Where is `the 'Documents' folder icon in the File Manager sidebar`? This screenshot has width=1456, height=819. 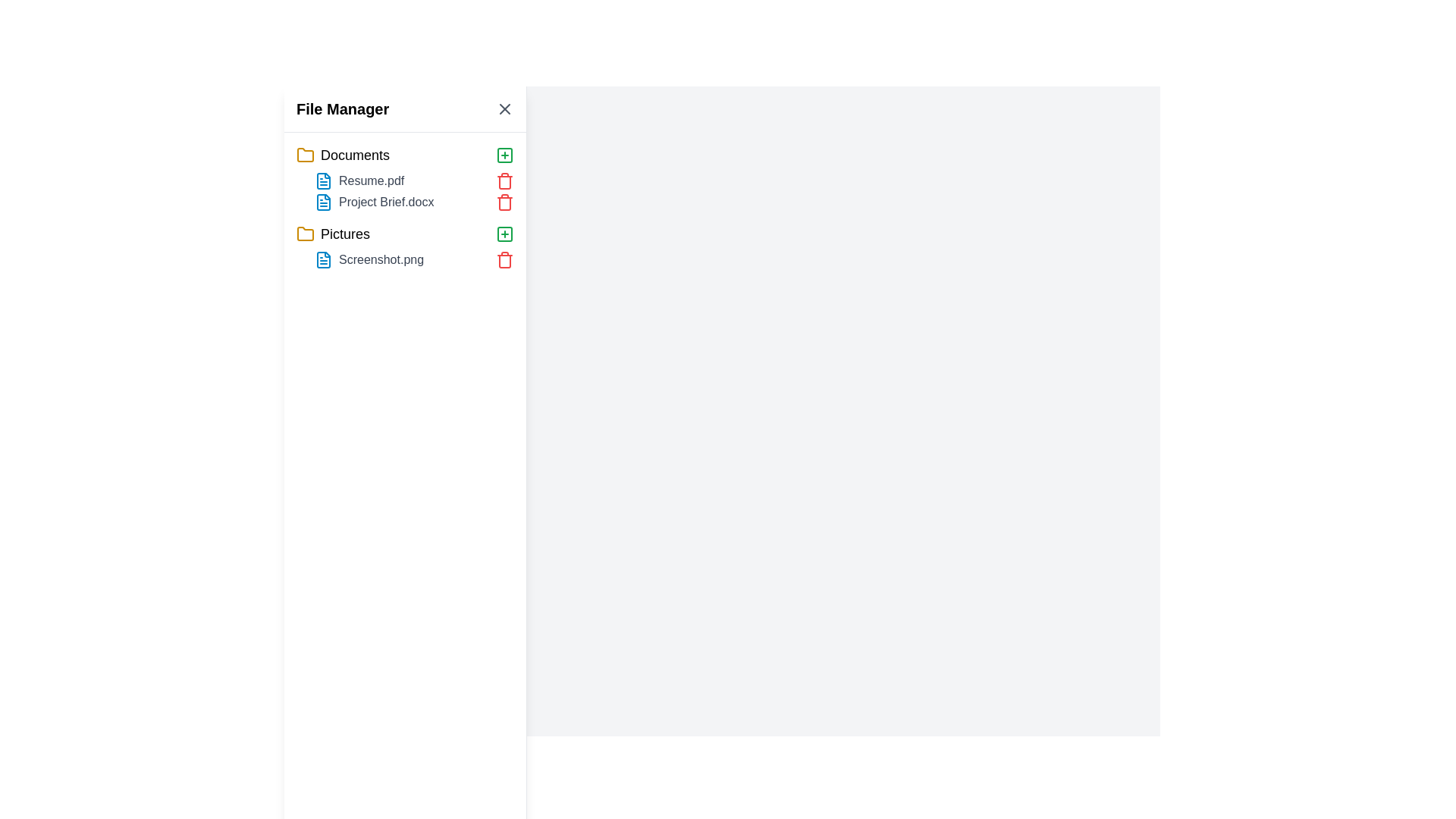
the 'Documents' folder icon in the File Manager sidebar is located at coordinates (305, 155).